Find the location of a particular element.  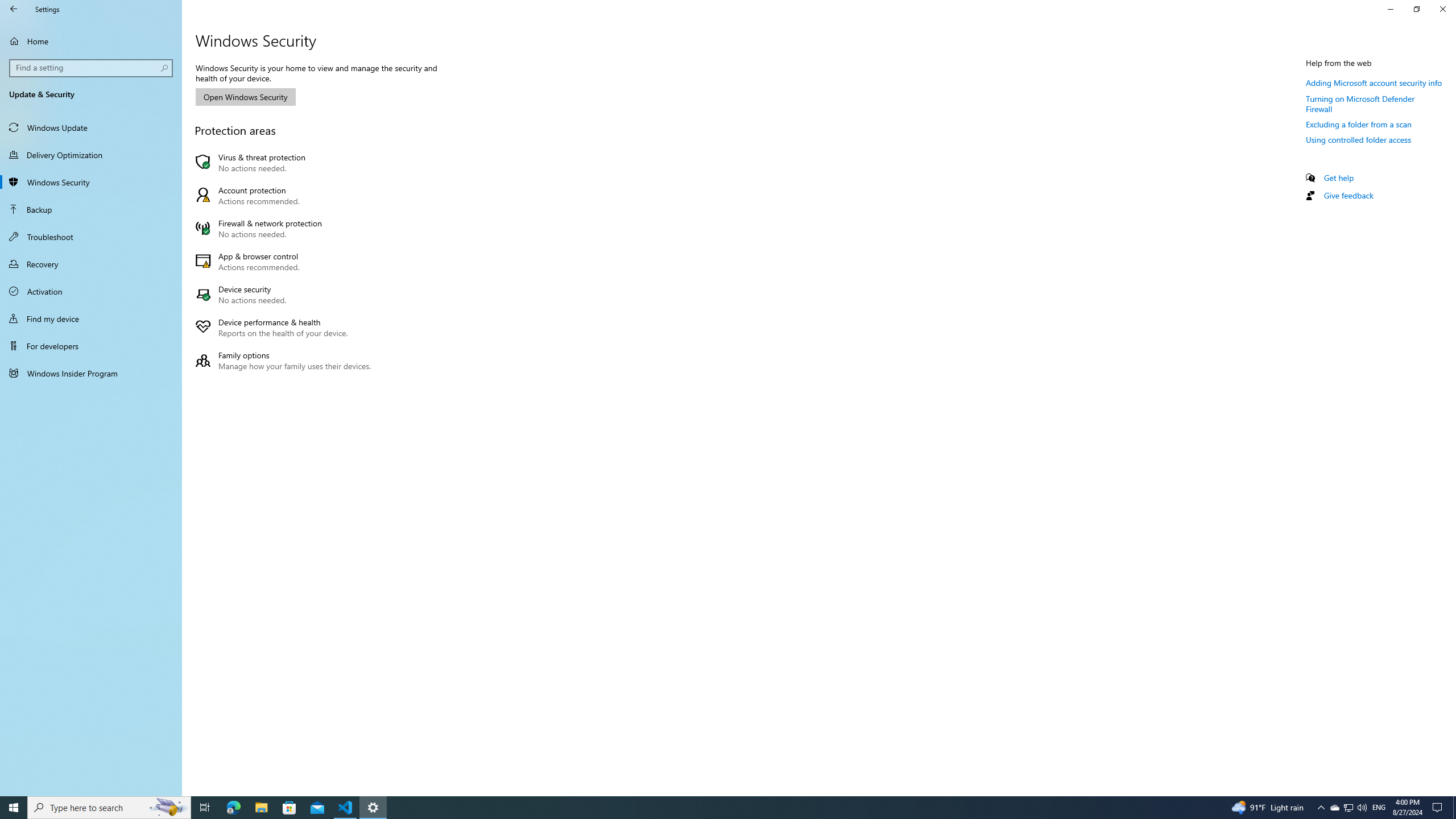

'App & browser control Actions recommended.' is located at coordinates (286, 261).